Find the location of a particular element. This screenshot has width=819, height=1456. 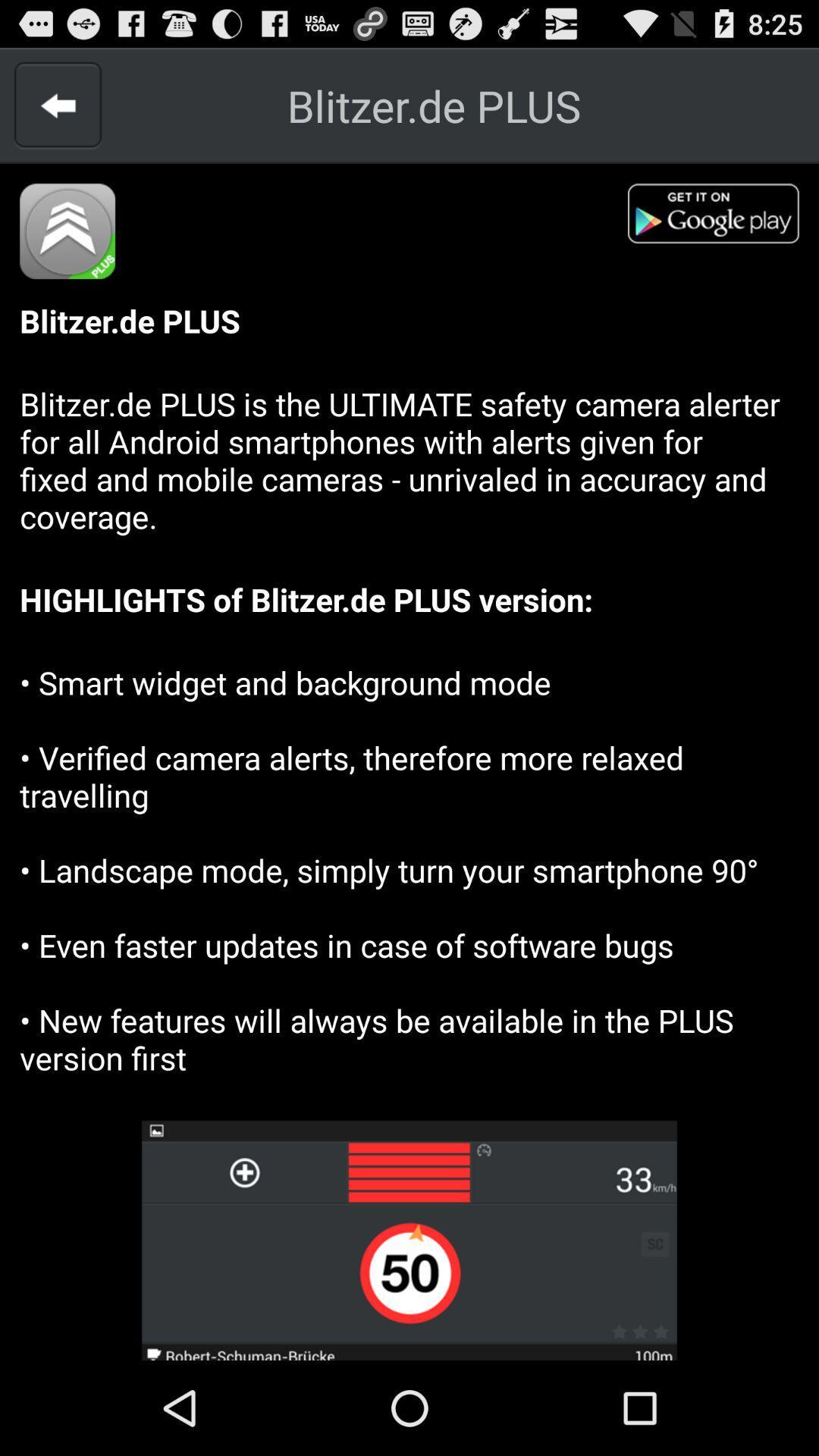

previous is located at coordinates (57, 105).